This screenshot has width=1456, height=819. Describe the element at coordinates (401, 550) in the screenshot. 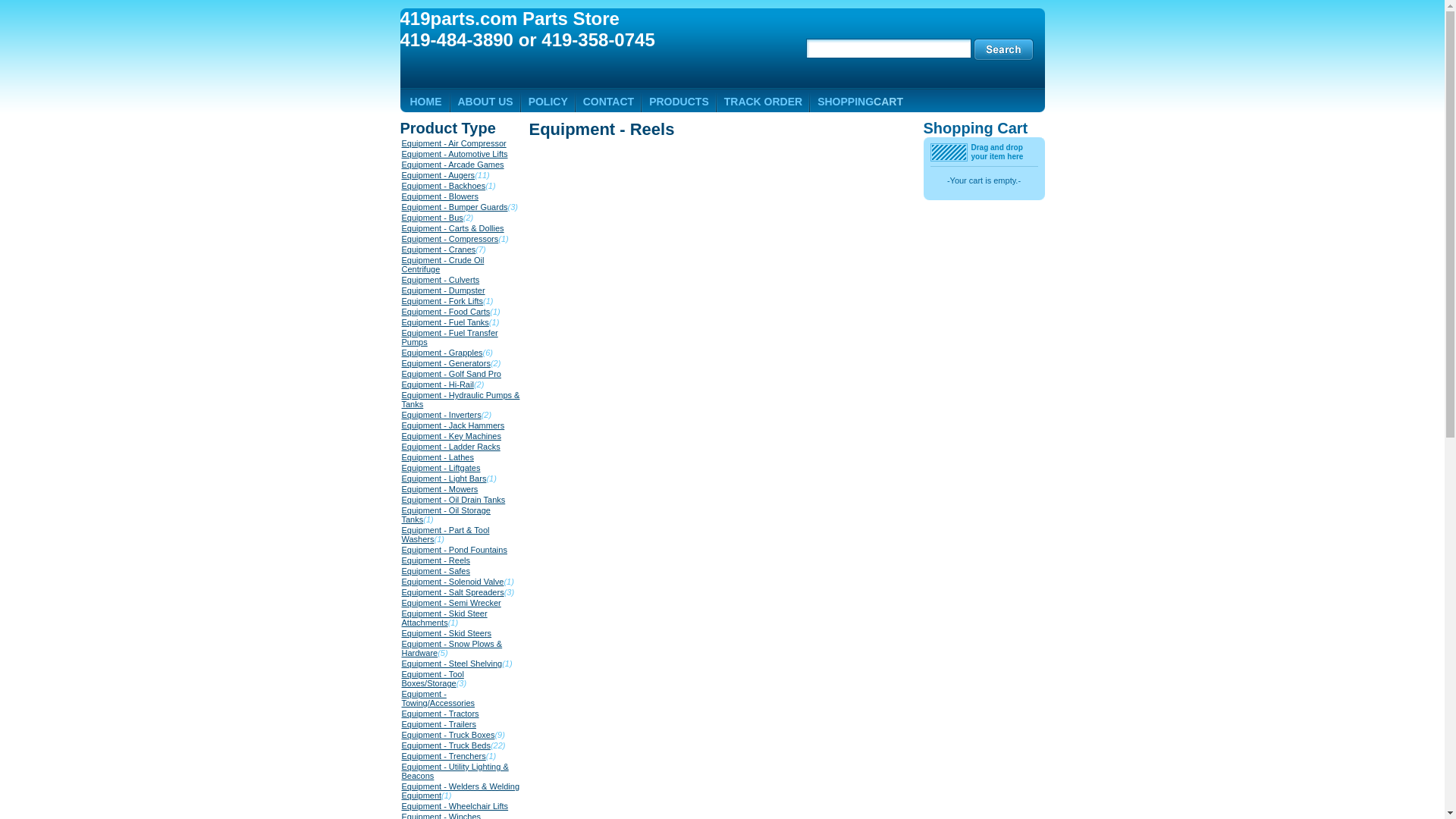

I see `'Equipment - Pond Fountains'` at that location.